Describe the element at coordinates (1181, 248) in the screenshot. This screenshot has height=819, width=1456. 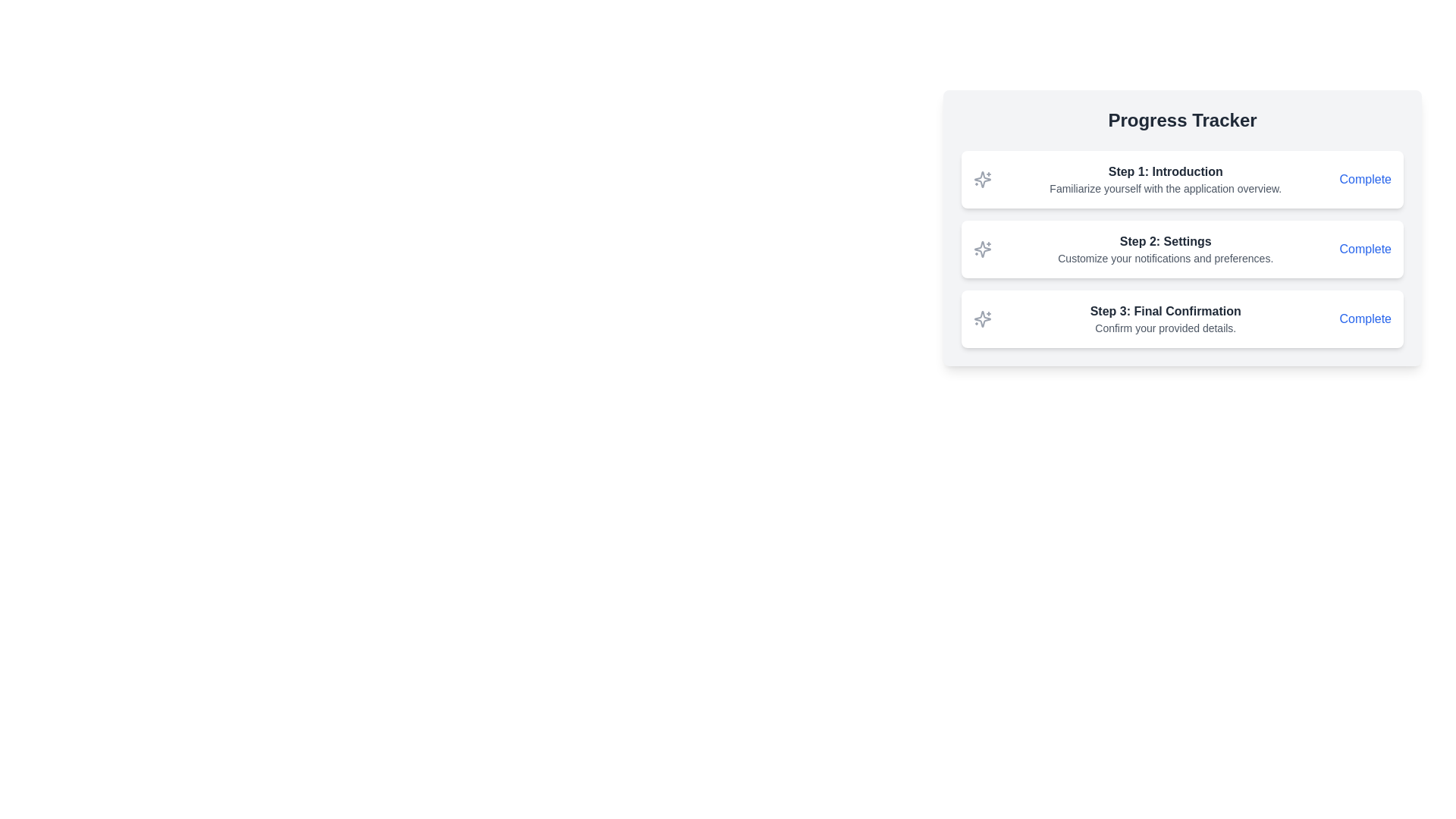
I see `the progress step item labeled 'Step 2: Settings' in the progress tracker component, which is the second item in the sequence and has a white background with rounded corners` at that location.